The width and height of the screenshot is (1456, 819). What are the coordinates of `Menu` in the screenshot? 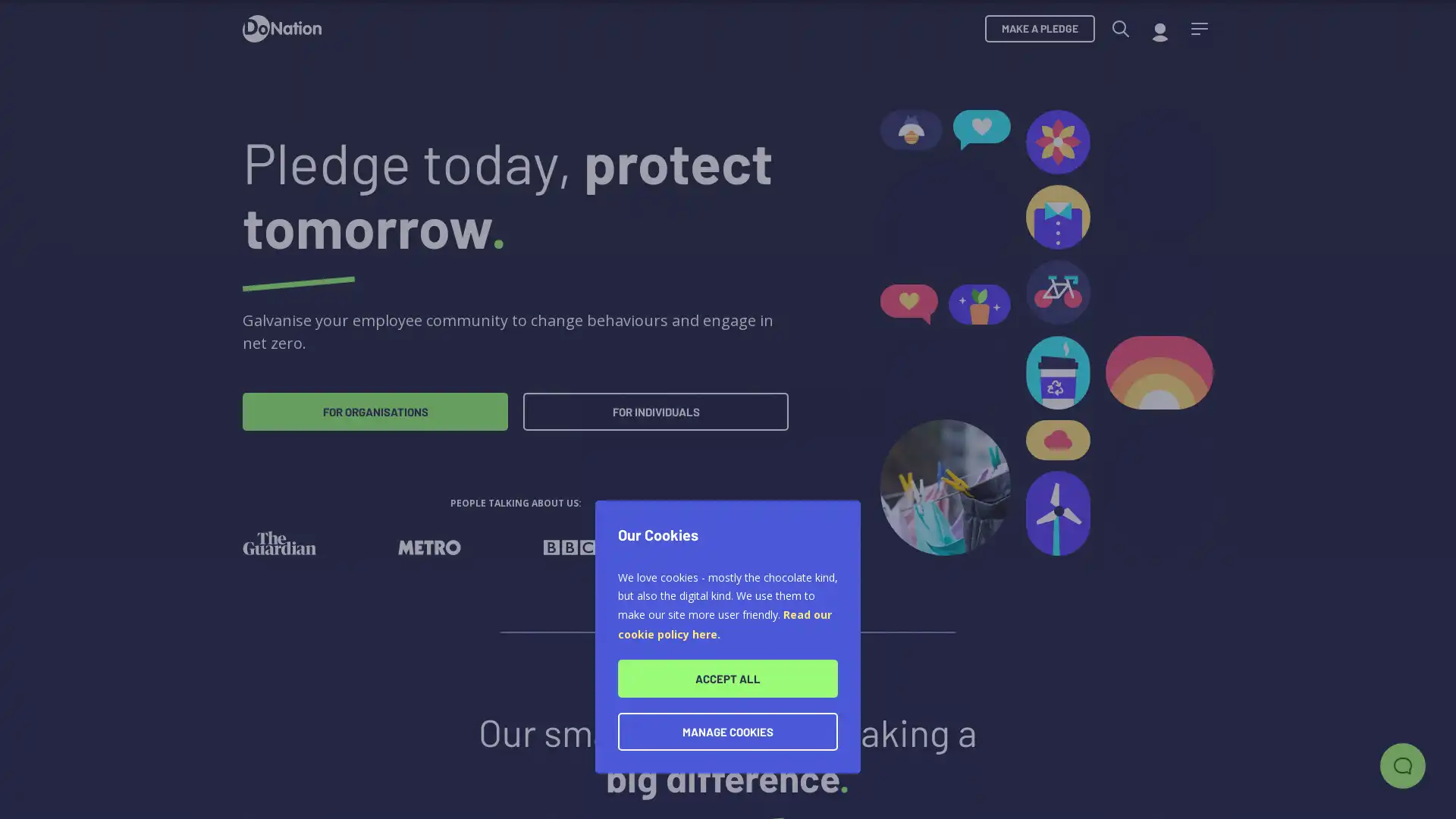 It's located at (1199, 29).